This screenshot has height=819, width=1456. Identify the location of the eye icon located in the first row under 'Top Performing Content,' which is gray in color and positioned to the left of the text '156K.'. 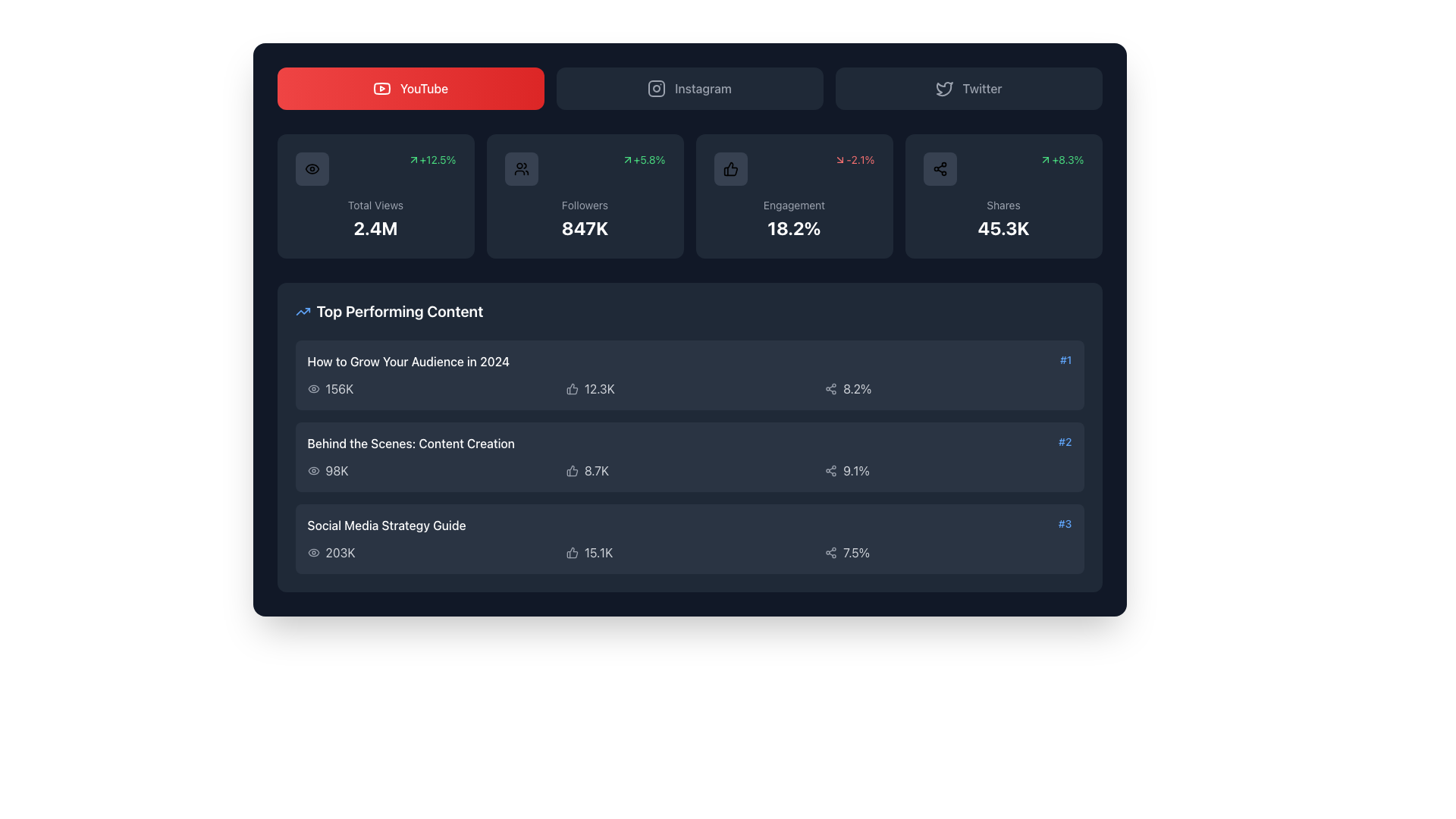
(312, 388).